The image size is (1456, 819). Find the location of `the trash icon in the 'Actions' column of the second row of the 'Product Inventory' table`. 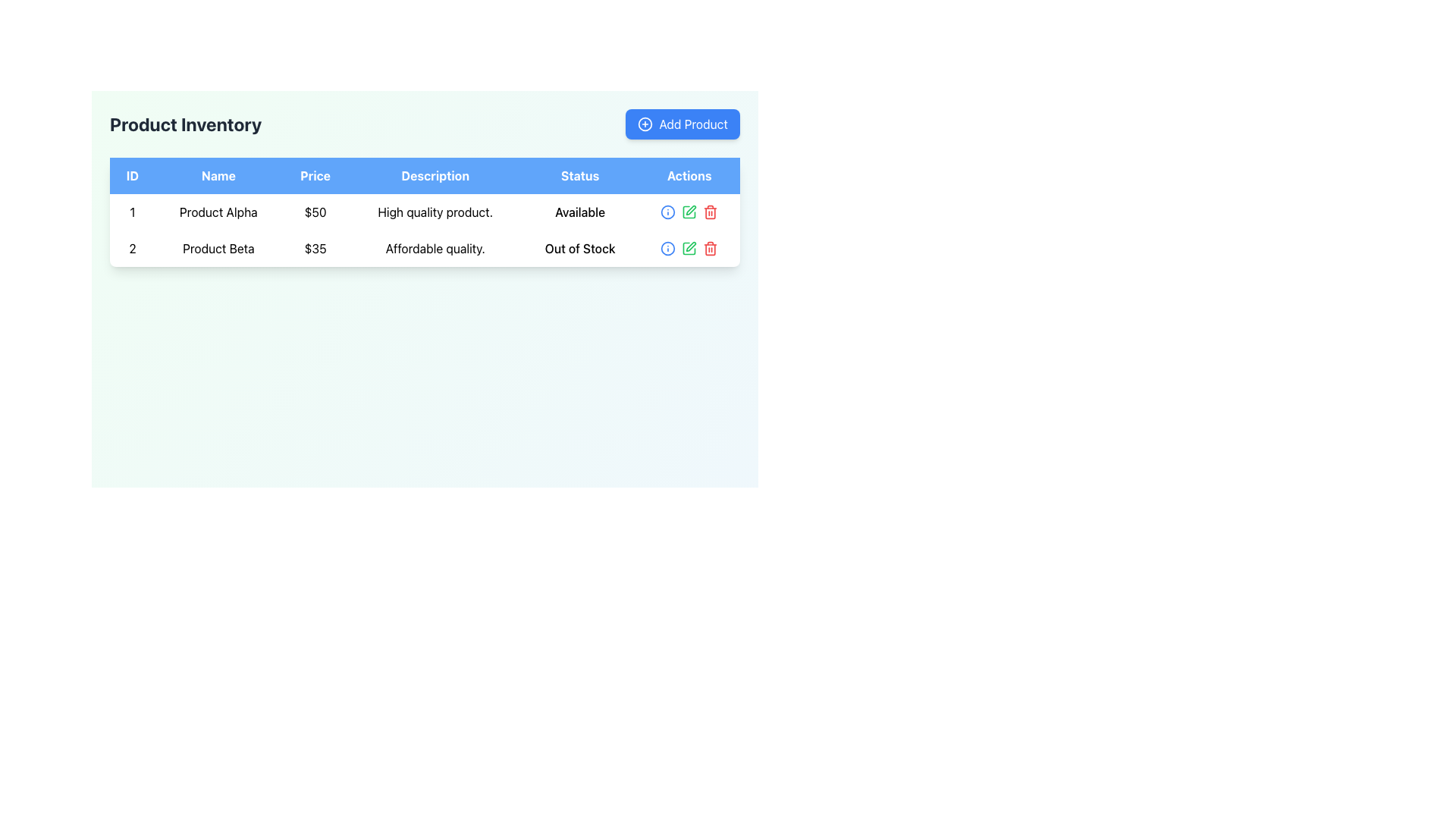

the trash icon in the 'Actions' column of the second row of the 'Product Inventory' table is located at coordinates (710, 213).